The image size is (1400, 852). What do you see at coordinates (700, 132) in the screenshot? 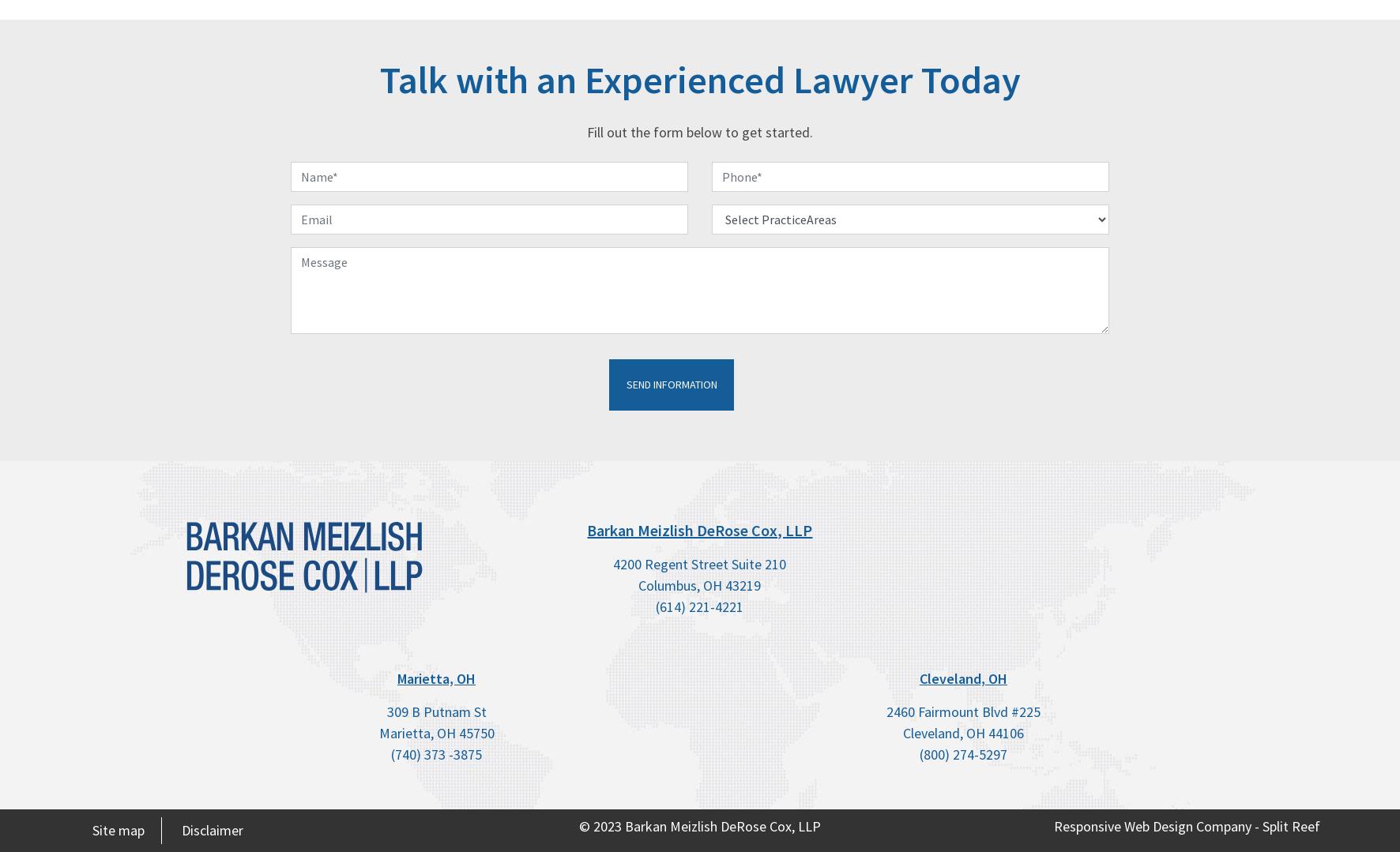
I see `'Fill out the form below to get started.'` at bounding box center [700, 132].